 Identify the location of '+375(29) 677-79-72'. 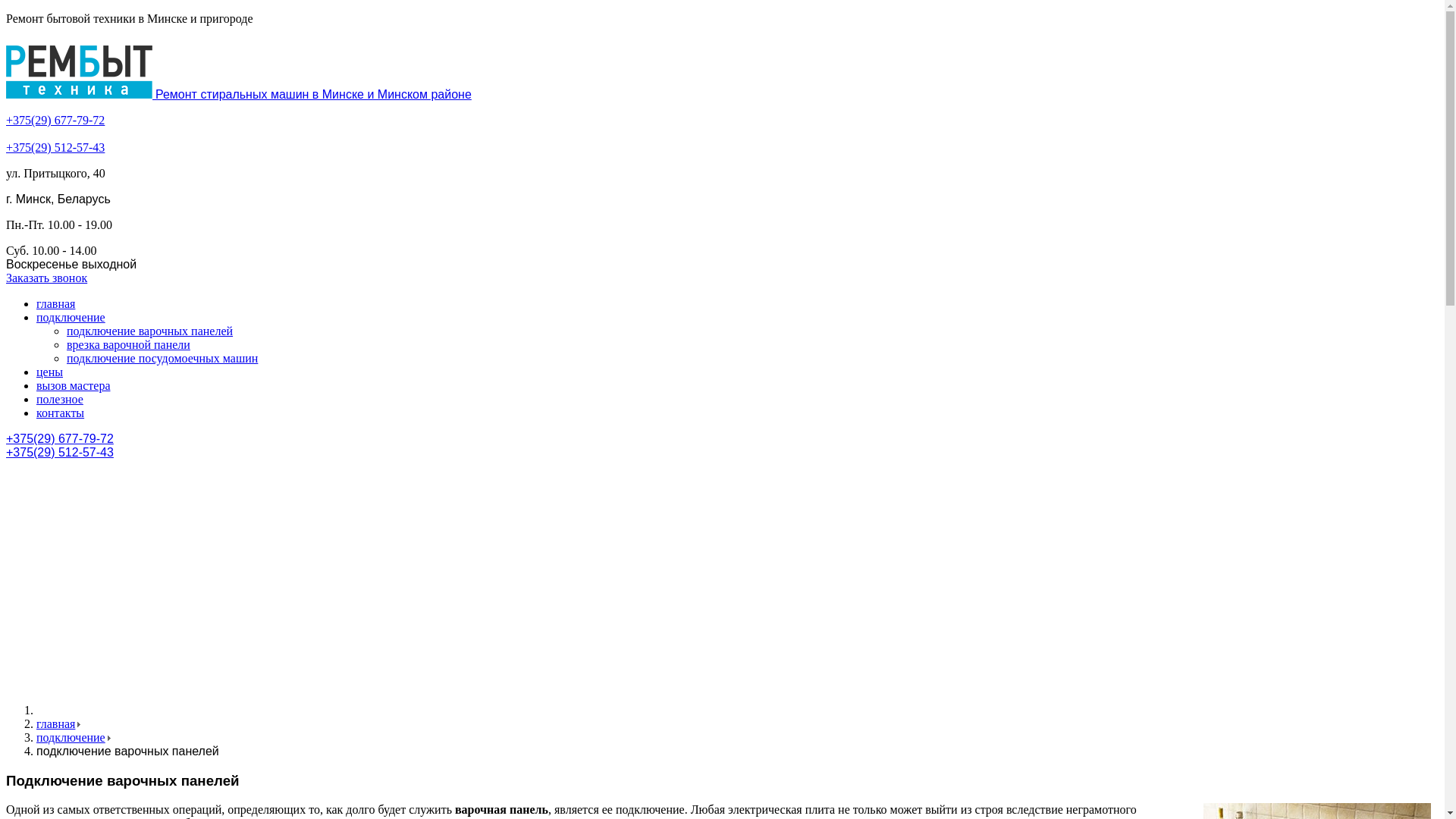
(6, 119).